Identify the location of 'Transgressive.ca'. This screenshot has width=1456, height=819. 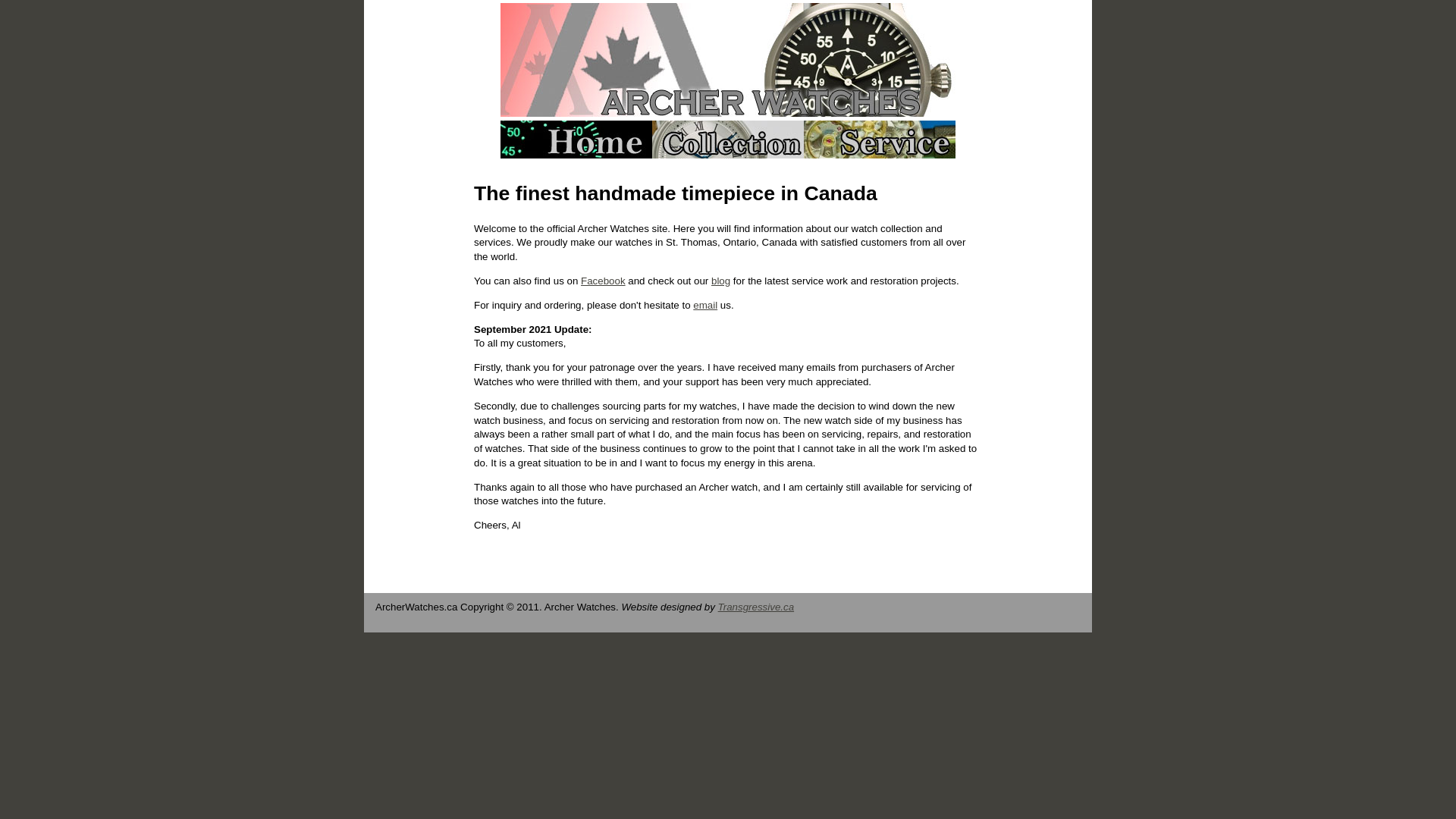
(756, 606).